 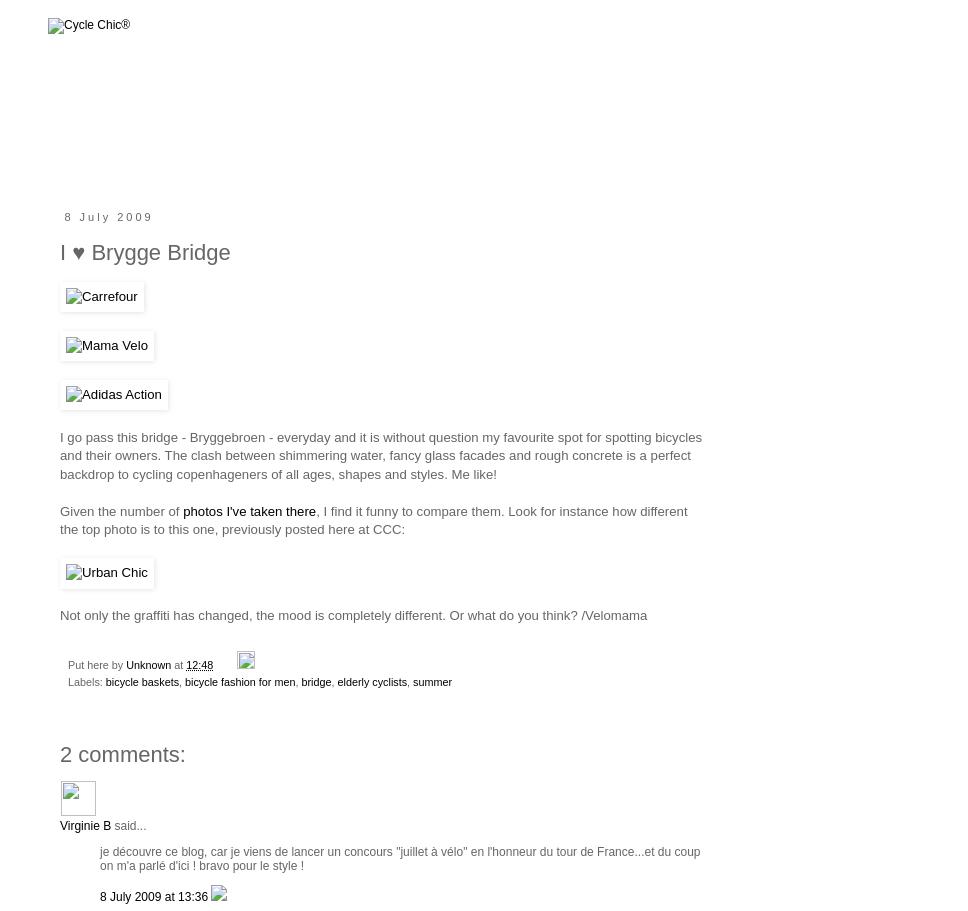 What do you see at coordinates (85, 825) in the screenshot?
I see `'Virginie B'` at bounding box center [85, 825].